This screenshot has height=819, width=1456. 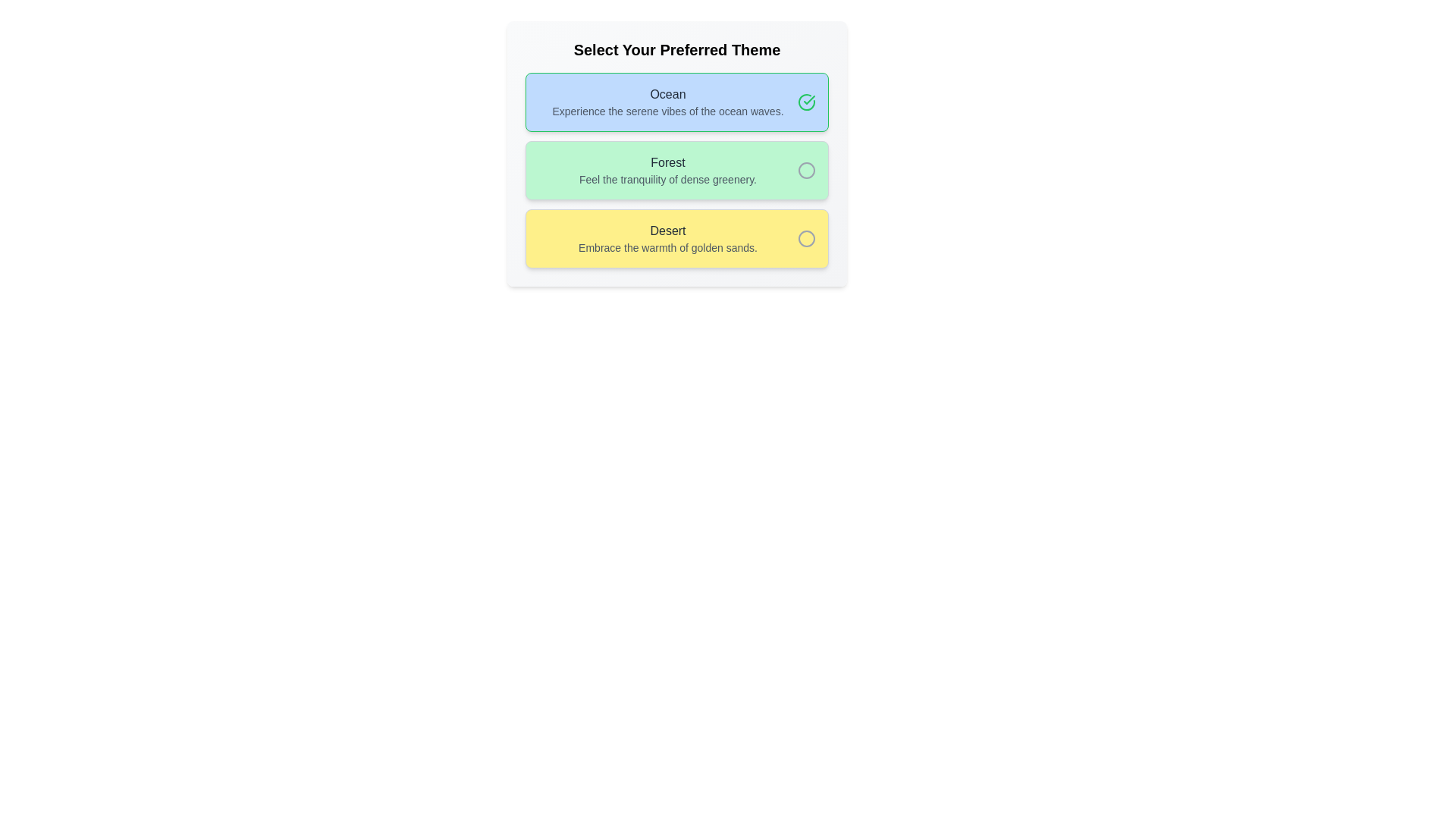 I want to click on the text block describing the 'Desert' theme option, located in the third card of the vertically stacked group, centered horizontally within the yellow card, so click(x=667, y=239).